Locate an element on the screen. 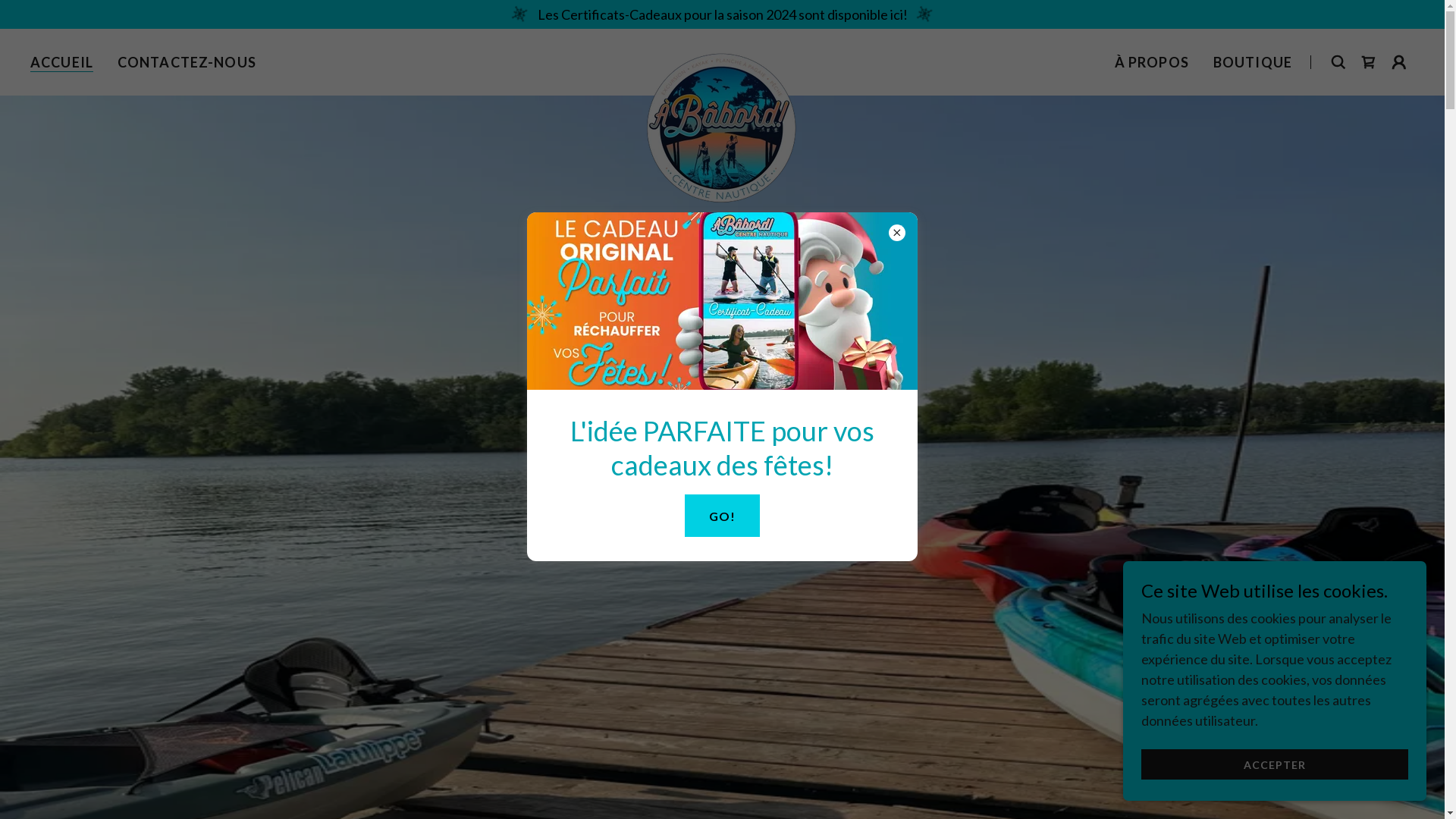  'GO!' is located at coordinates (721, 514).